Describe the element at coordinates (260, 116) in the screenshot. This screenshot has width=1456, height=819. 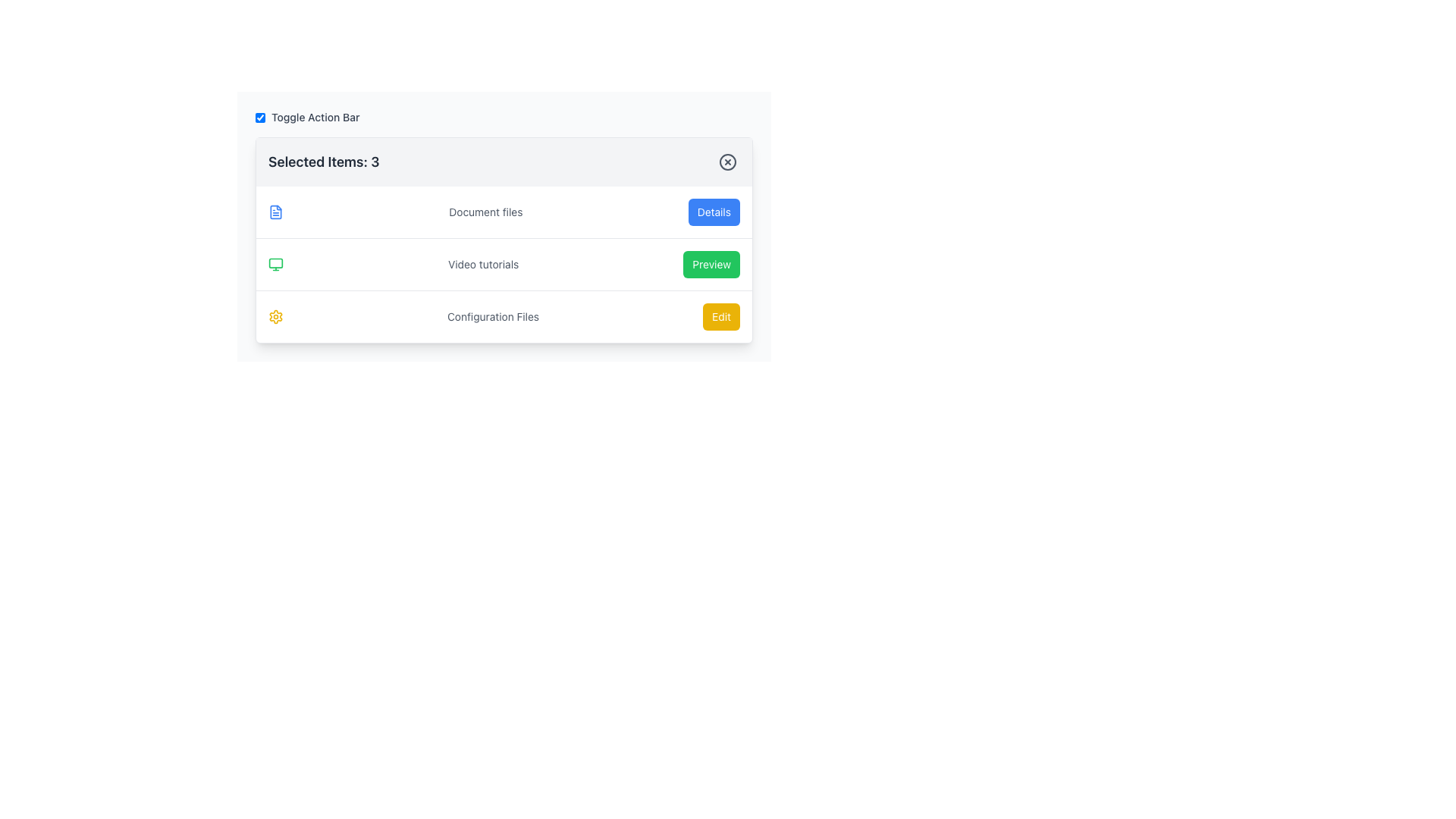
I see `the checkbox styled with a blue color theme that is selected, located next to the label 'Toggle Action Bar', to change its appearance` at that location.